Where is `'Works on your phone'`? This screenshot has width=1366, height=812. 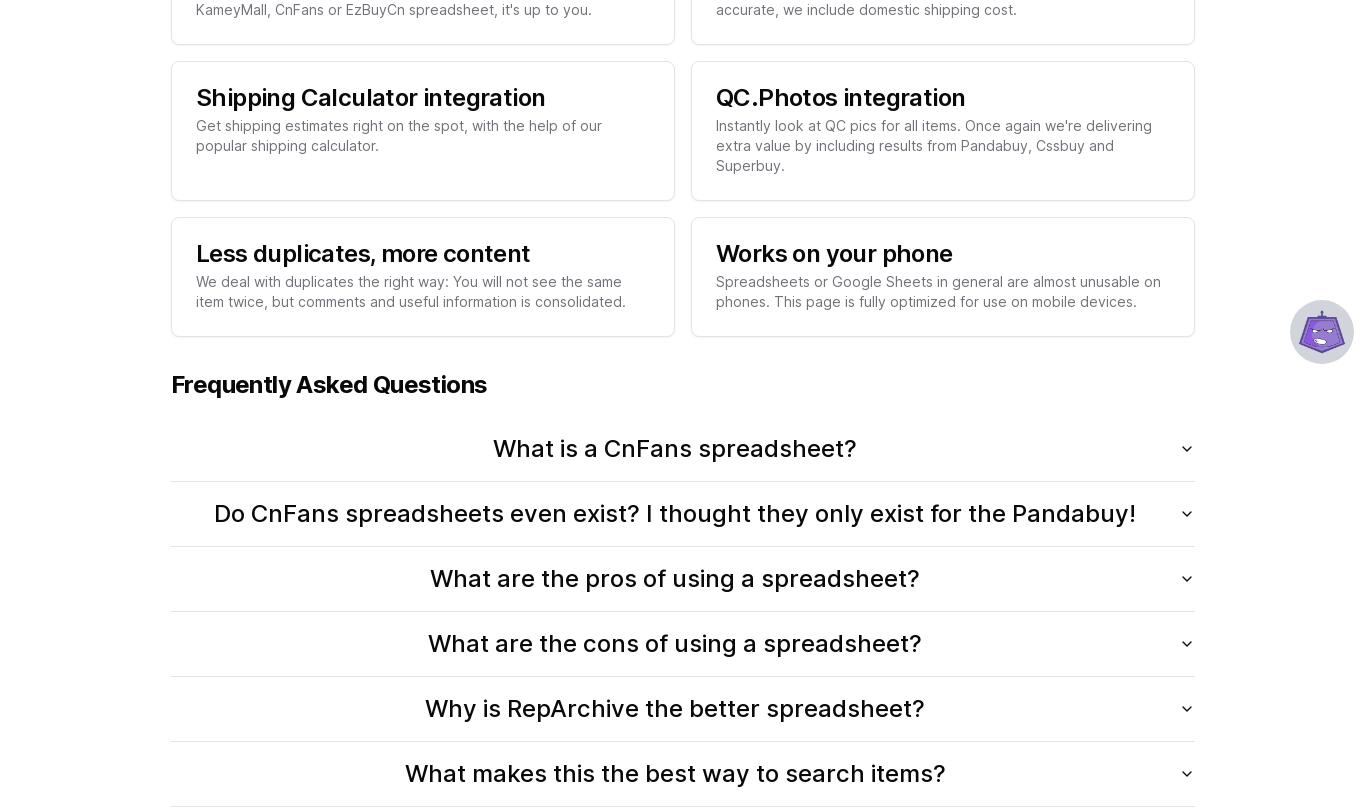
'Works on your phone' is located at coordinates (832, 252).